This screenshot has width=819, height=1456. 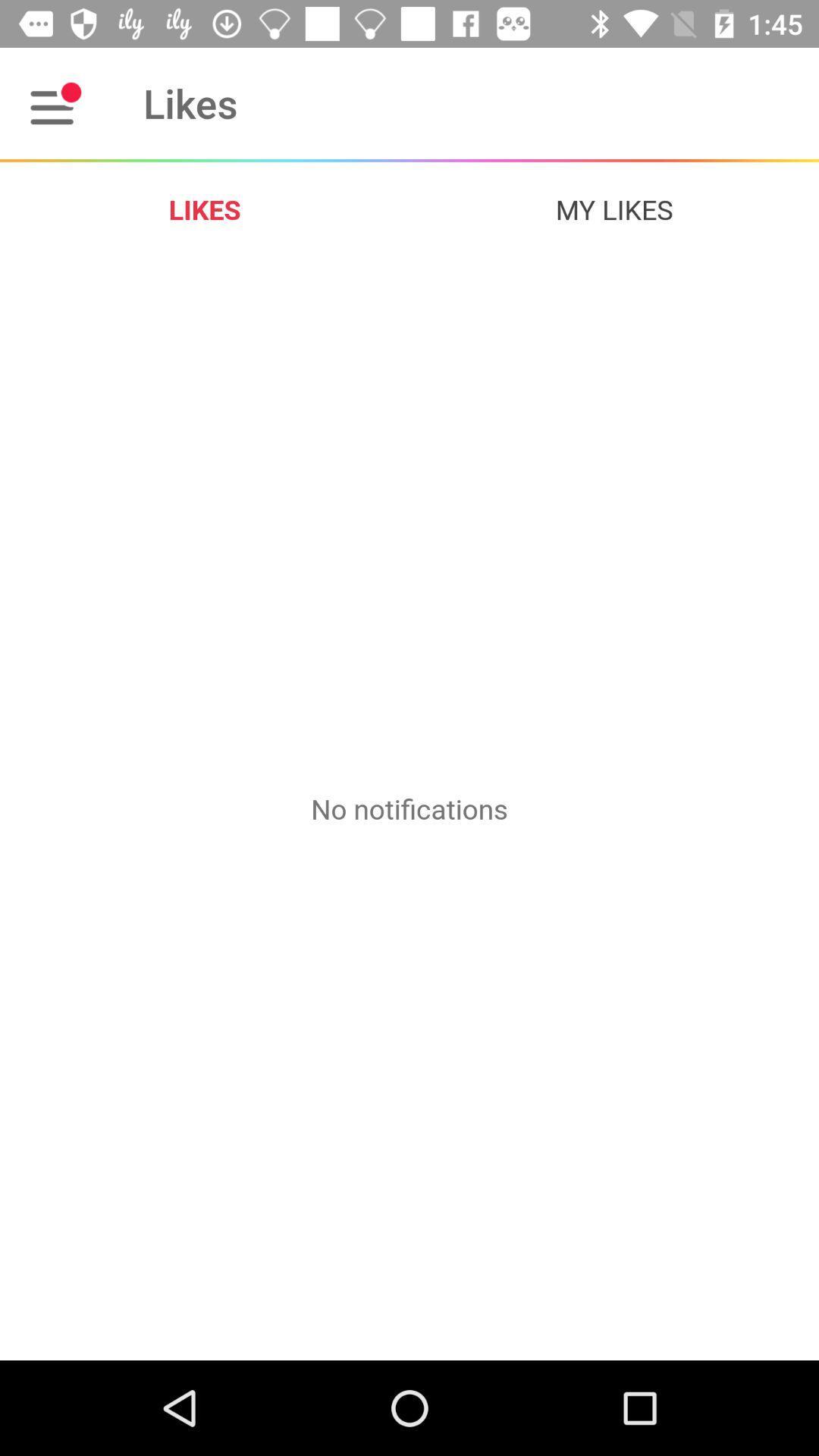 What do you see at coordinates (55, 102) in the screenshot?
I see `menu` at bounding box center [55, 102].